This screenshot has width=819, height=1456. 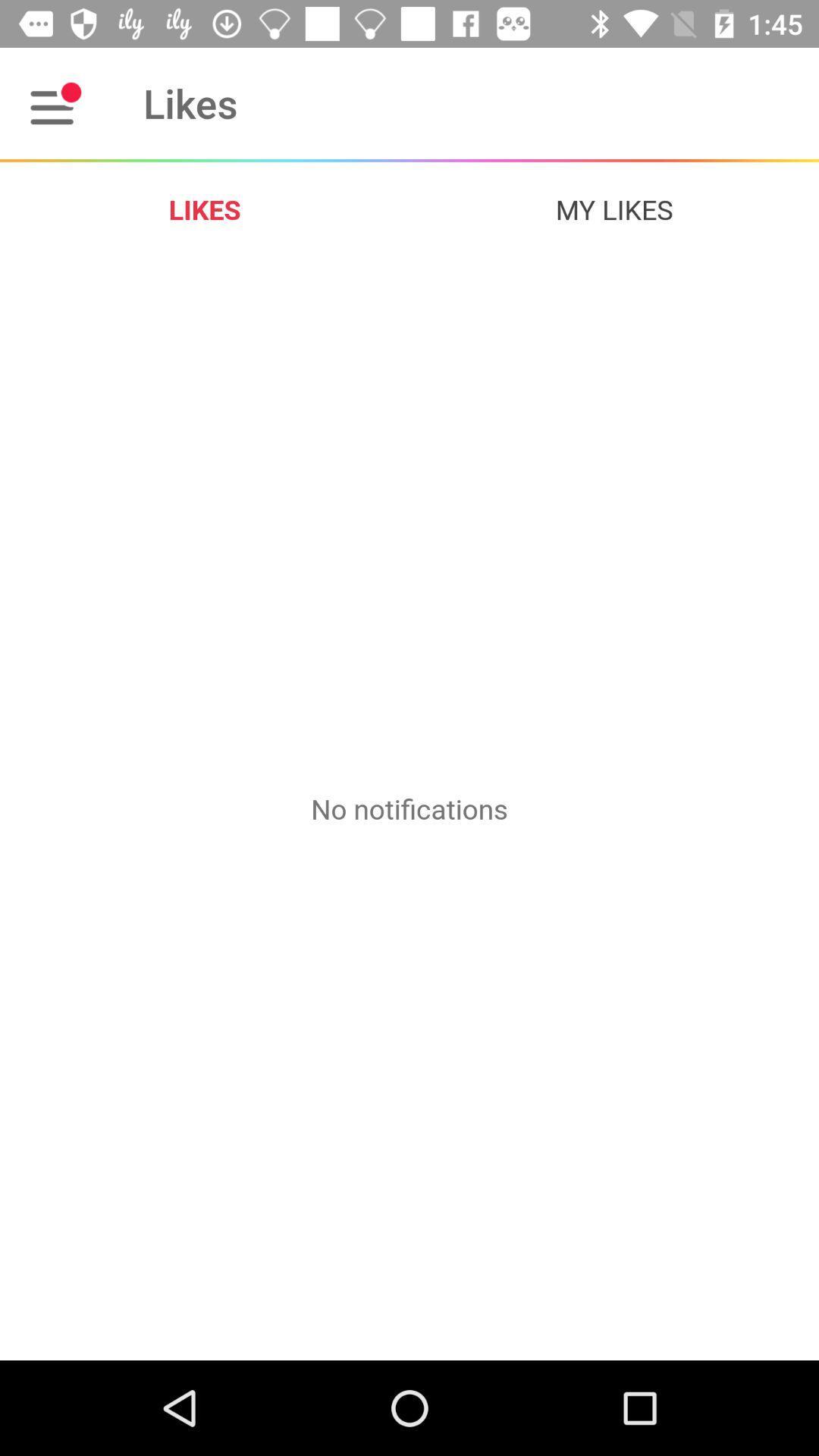 What do you see at coordinates (55, 102) in the screenshot?
I see `menu` at bounding box center [55, 102].